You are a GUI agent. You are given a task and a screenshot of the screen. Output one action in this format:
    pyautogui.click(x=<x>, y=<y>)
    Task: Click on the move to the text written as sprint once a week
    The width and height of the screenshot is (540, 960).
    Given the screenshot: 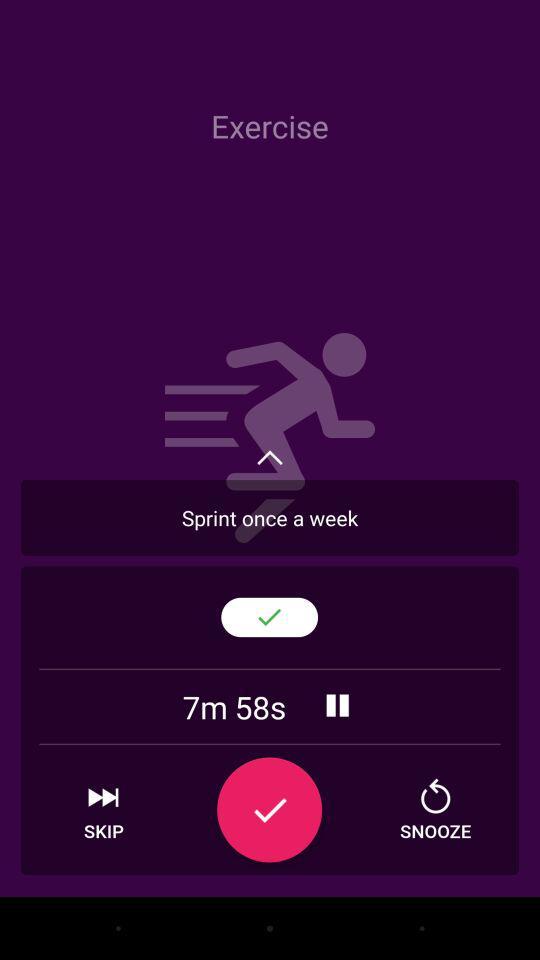 What is the action you would take?
    pyautogui.click(x=270, y=517)
    